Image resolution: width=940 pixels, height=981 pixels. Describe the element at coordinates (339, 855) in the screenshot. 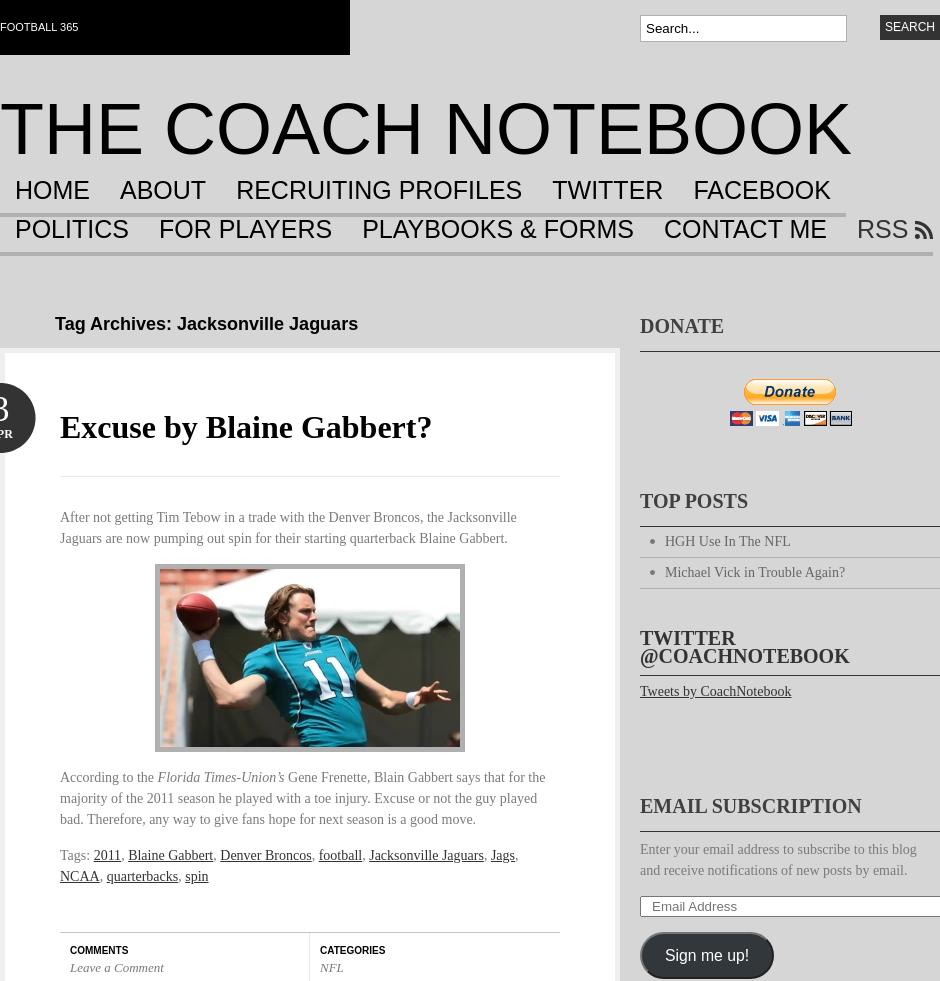

I see `'football'` at that location.